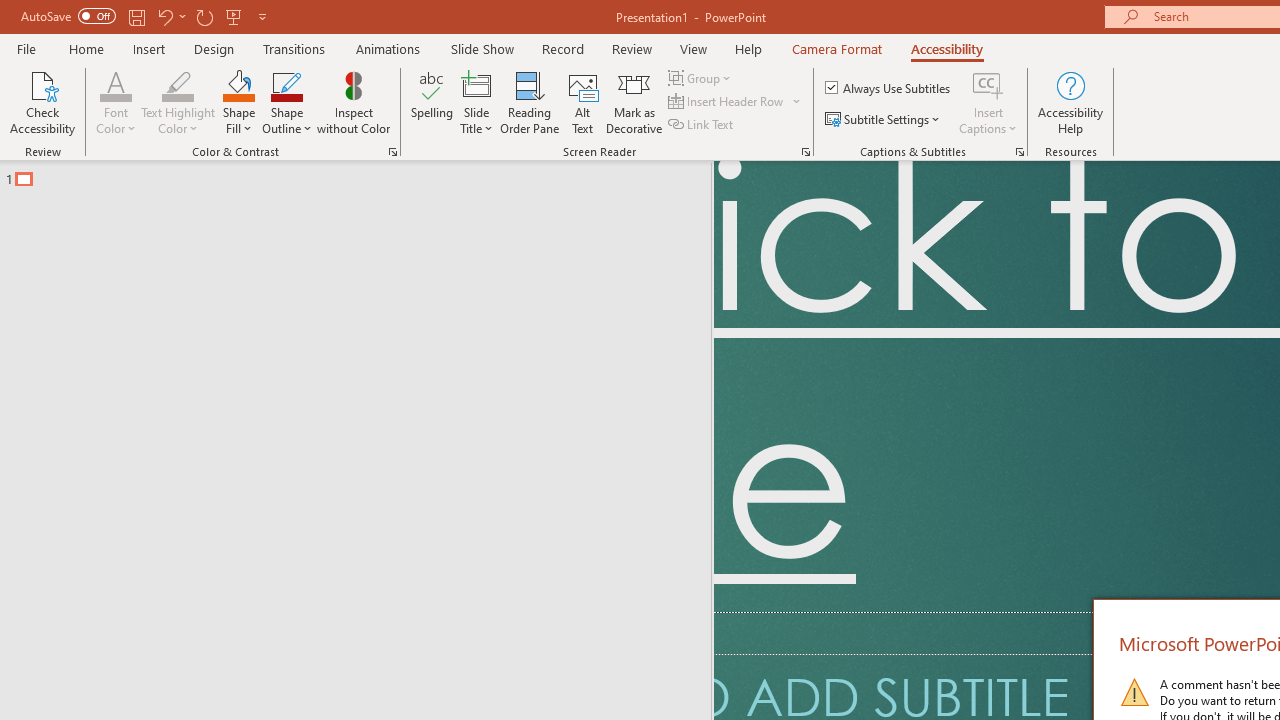 The width and height of the screenshot is (1280, 720). I want to click on 'Insert Header Row', so click(726, 101).